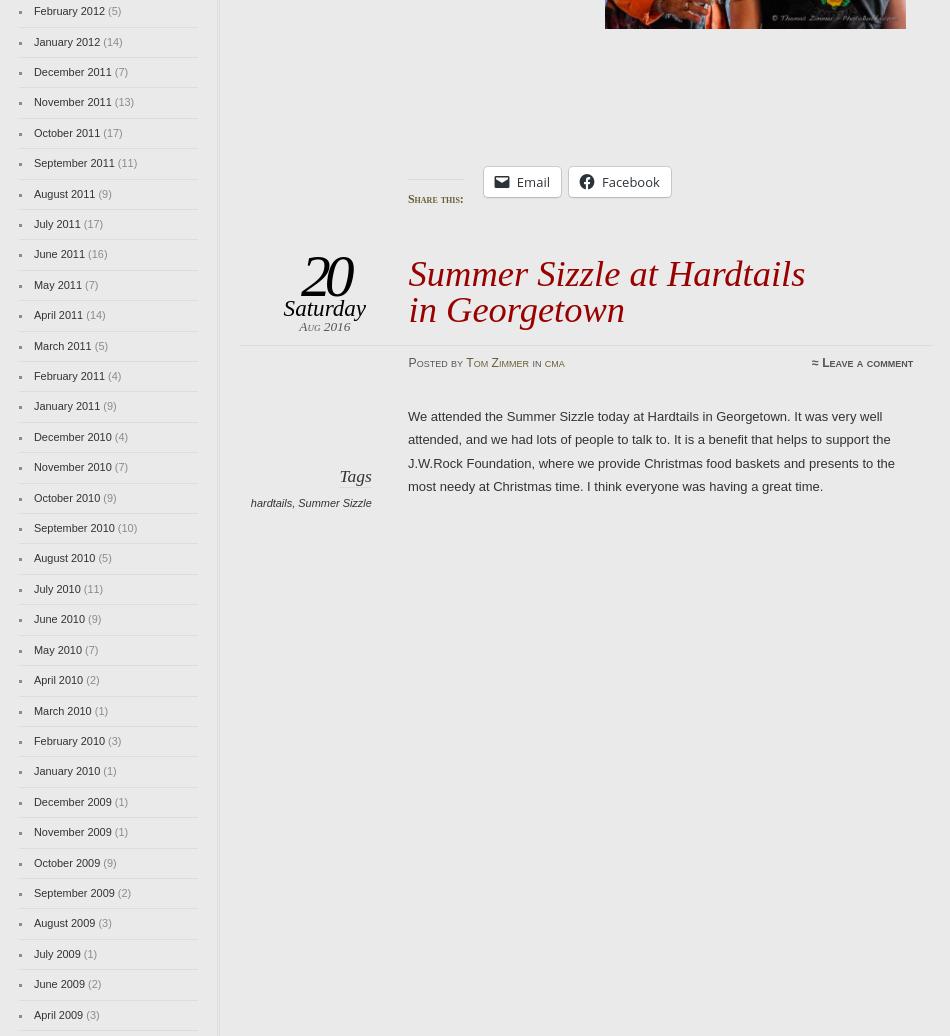  What do you see at coordinates (66, 496) in the screenshot?
I see `'October 2010'` at bounding box center [66, 496].